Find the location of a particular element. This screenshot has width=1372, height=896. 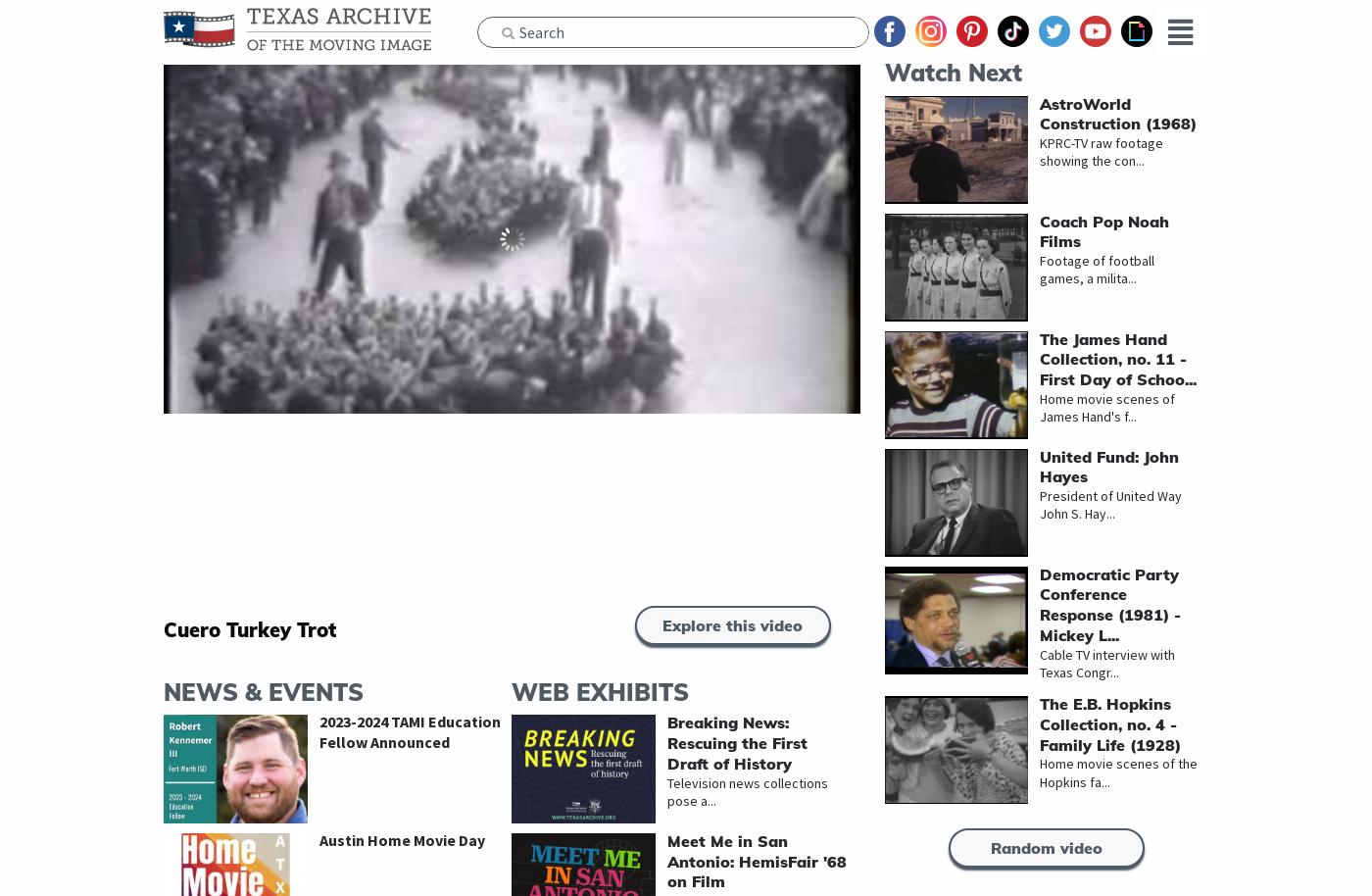

'Breaking News: Rescuing the First Draft of History' is located at coordinates (737, 742).